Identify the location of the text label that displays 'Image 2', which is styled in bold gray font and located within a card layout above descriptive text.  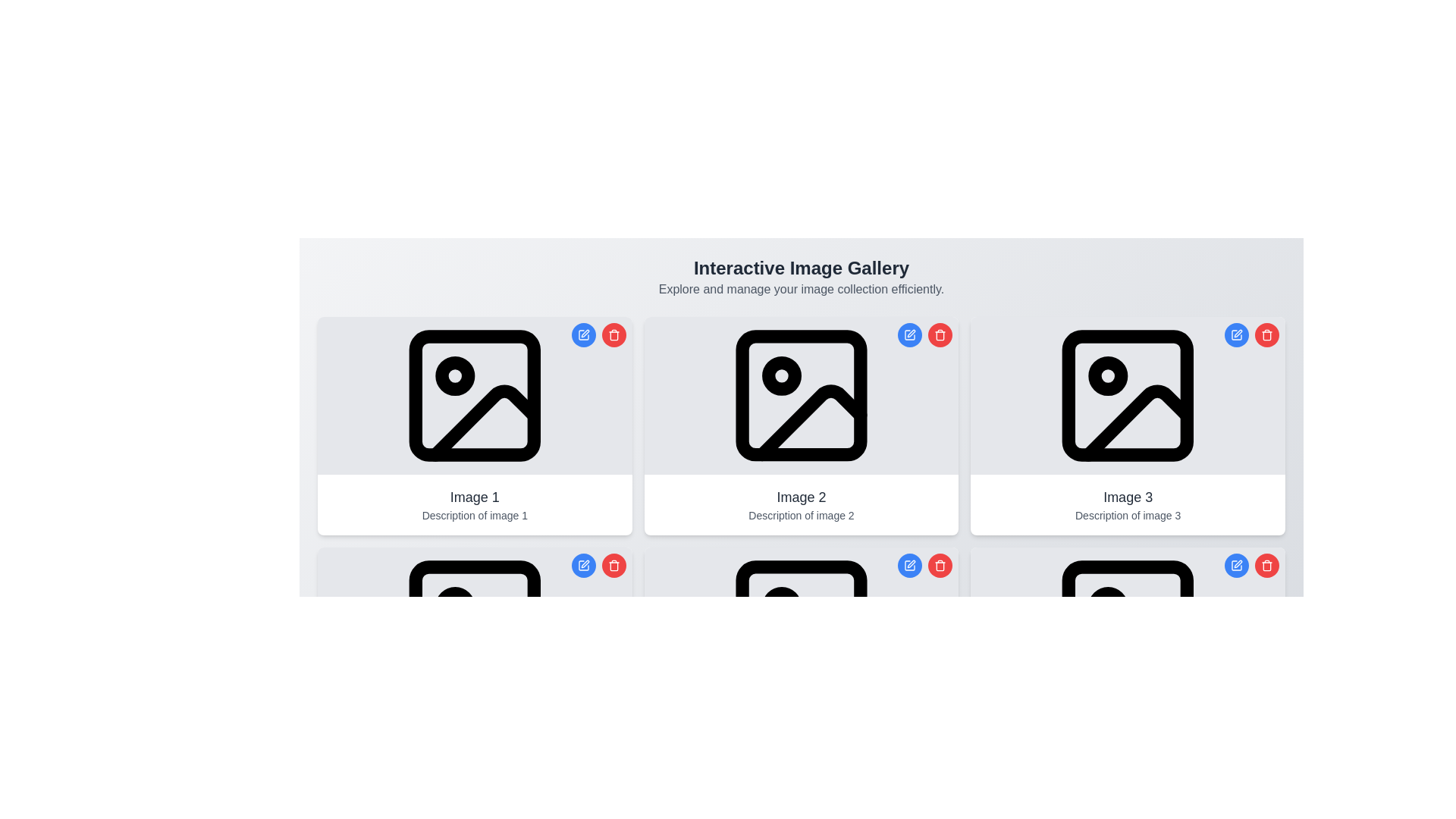
(800, 497).